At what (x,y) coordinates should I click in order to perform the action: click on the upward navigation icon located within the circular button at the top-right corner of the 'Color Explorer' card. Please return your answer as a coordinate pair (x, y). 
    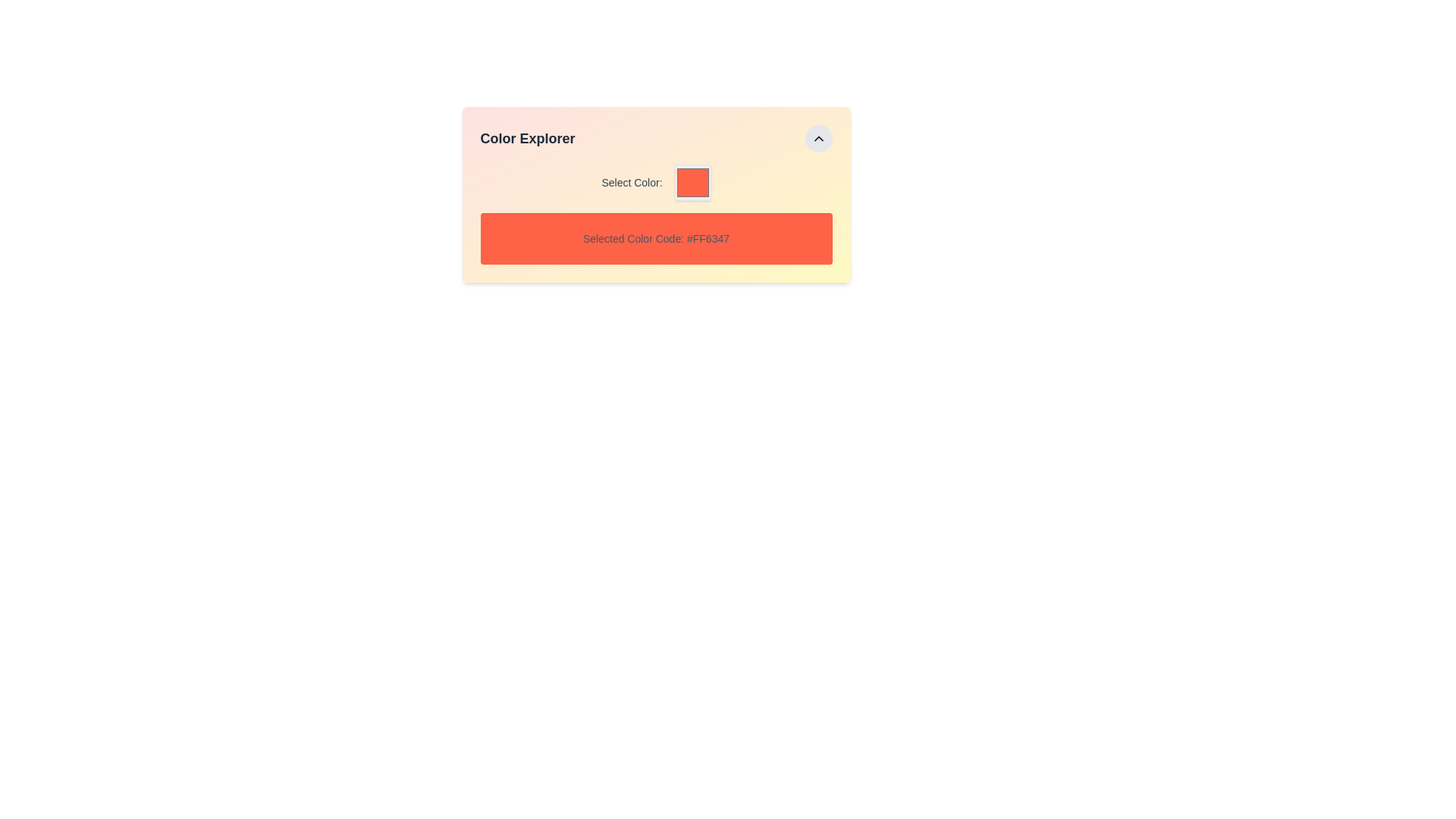
    Looking at the image, I should click on (817, 138).